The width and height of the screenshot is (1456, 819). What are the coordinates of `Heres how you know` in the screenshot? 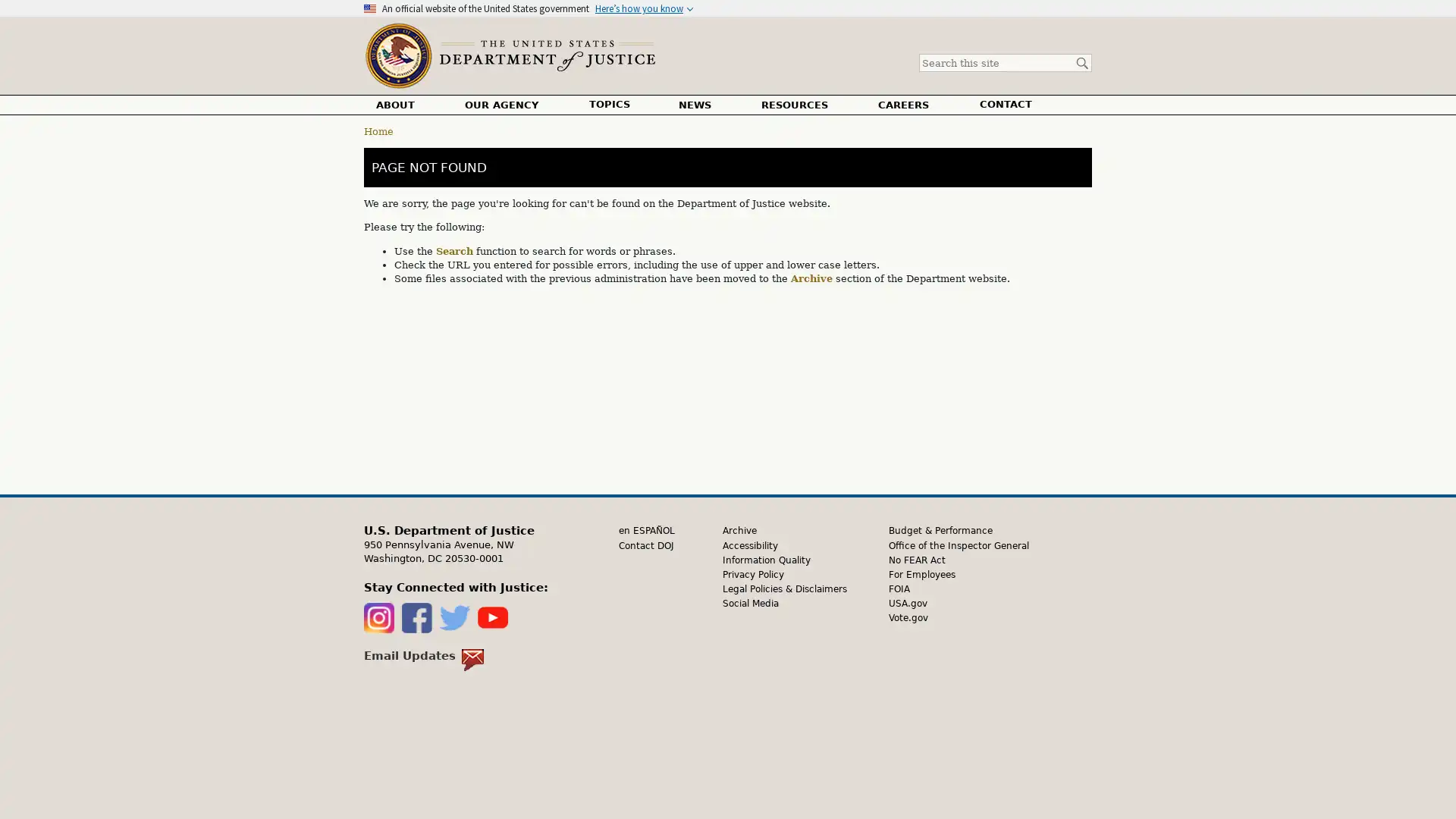 It's located at (644, 8).